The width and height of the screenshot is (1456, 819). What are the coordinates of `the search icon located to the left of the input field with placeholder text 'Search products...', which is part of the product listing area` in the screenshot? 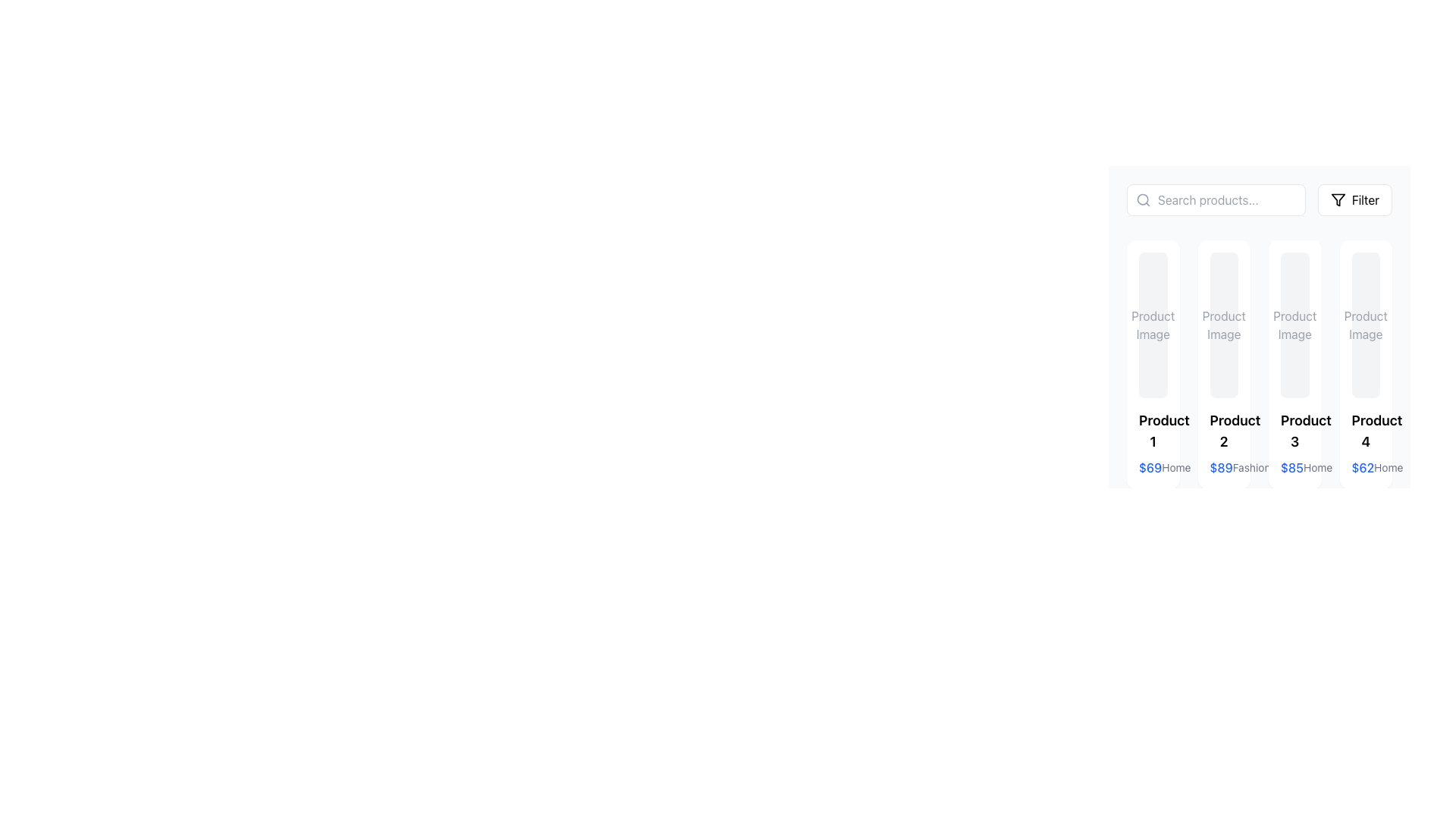 It's located at (1143, 199).